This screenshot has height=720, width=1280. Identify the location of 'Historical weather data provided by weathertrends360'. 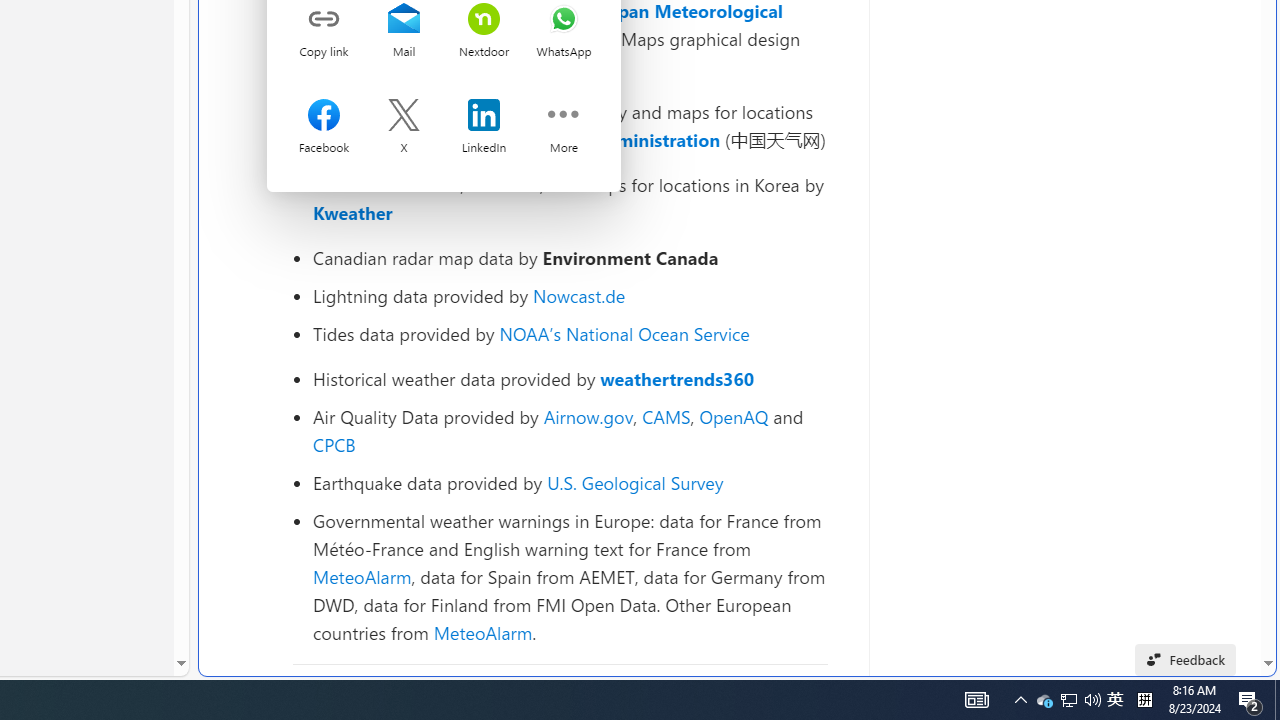
(569, 379).